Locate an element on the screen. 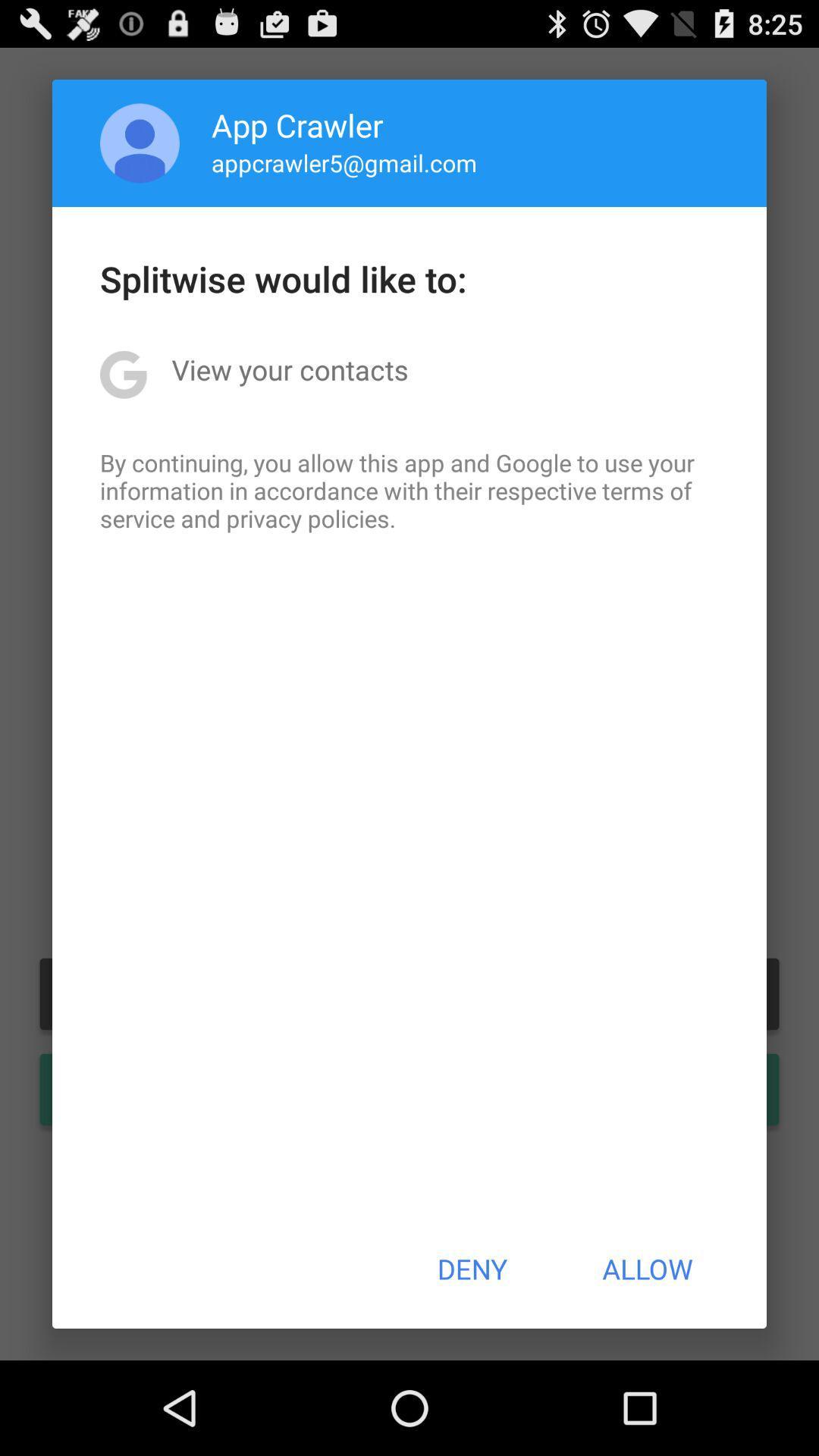  the item below the app crawler is located at coordinates (344, 162).